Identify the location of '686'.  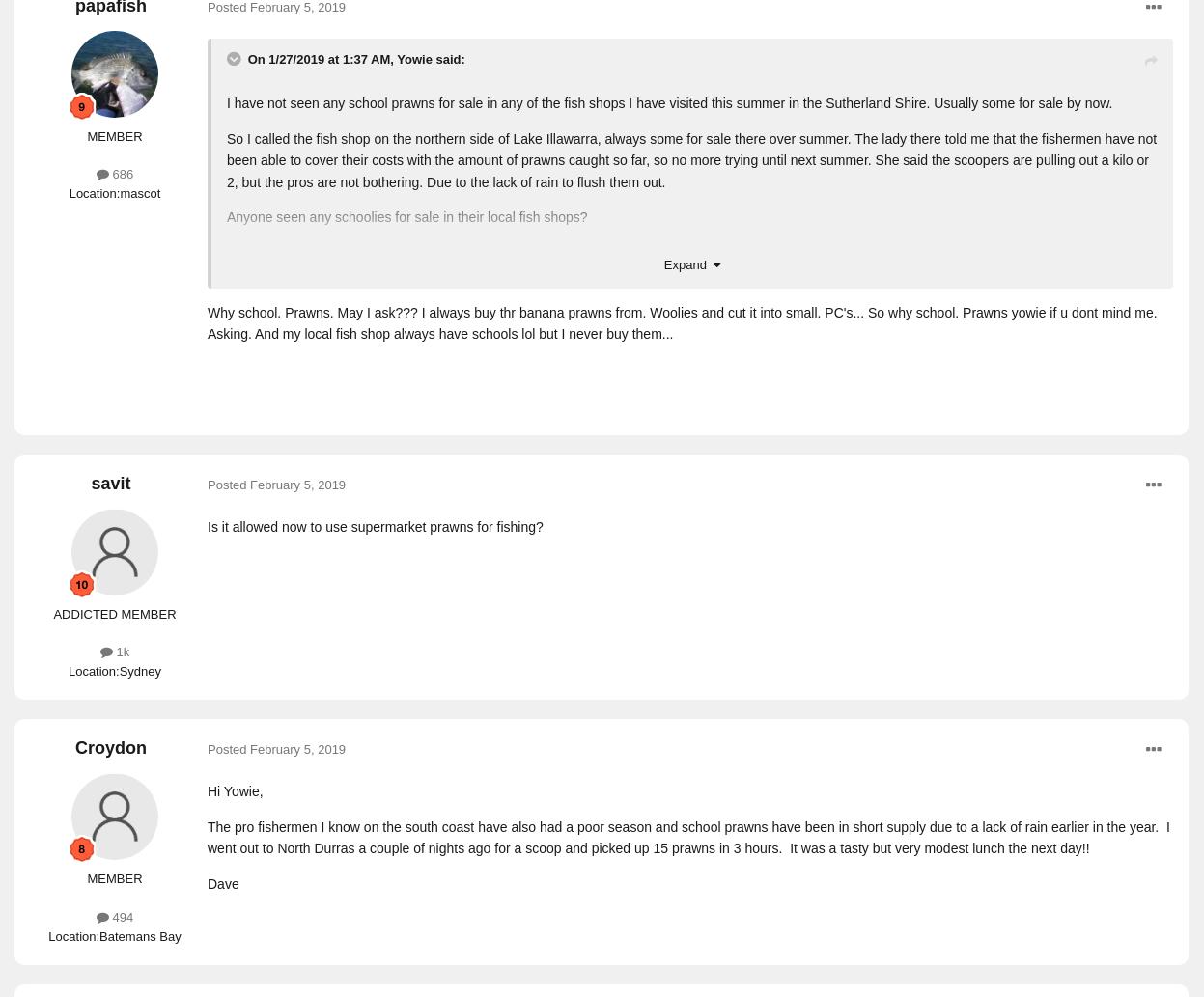
(120, 173).